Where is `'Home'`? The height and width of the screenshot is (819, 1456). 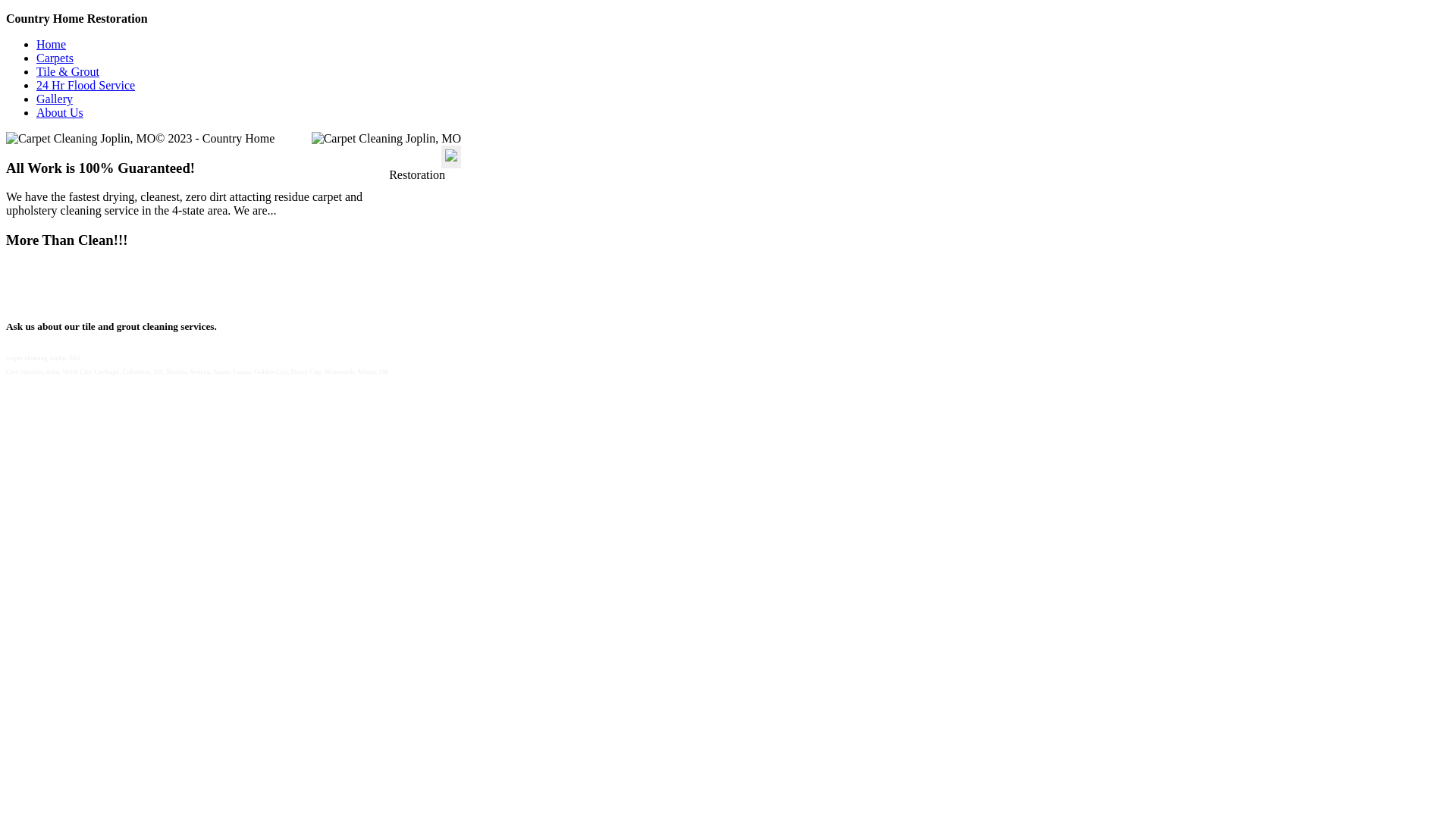
'Home' is located at coordinates (36, 43).